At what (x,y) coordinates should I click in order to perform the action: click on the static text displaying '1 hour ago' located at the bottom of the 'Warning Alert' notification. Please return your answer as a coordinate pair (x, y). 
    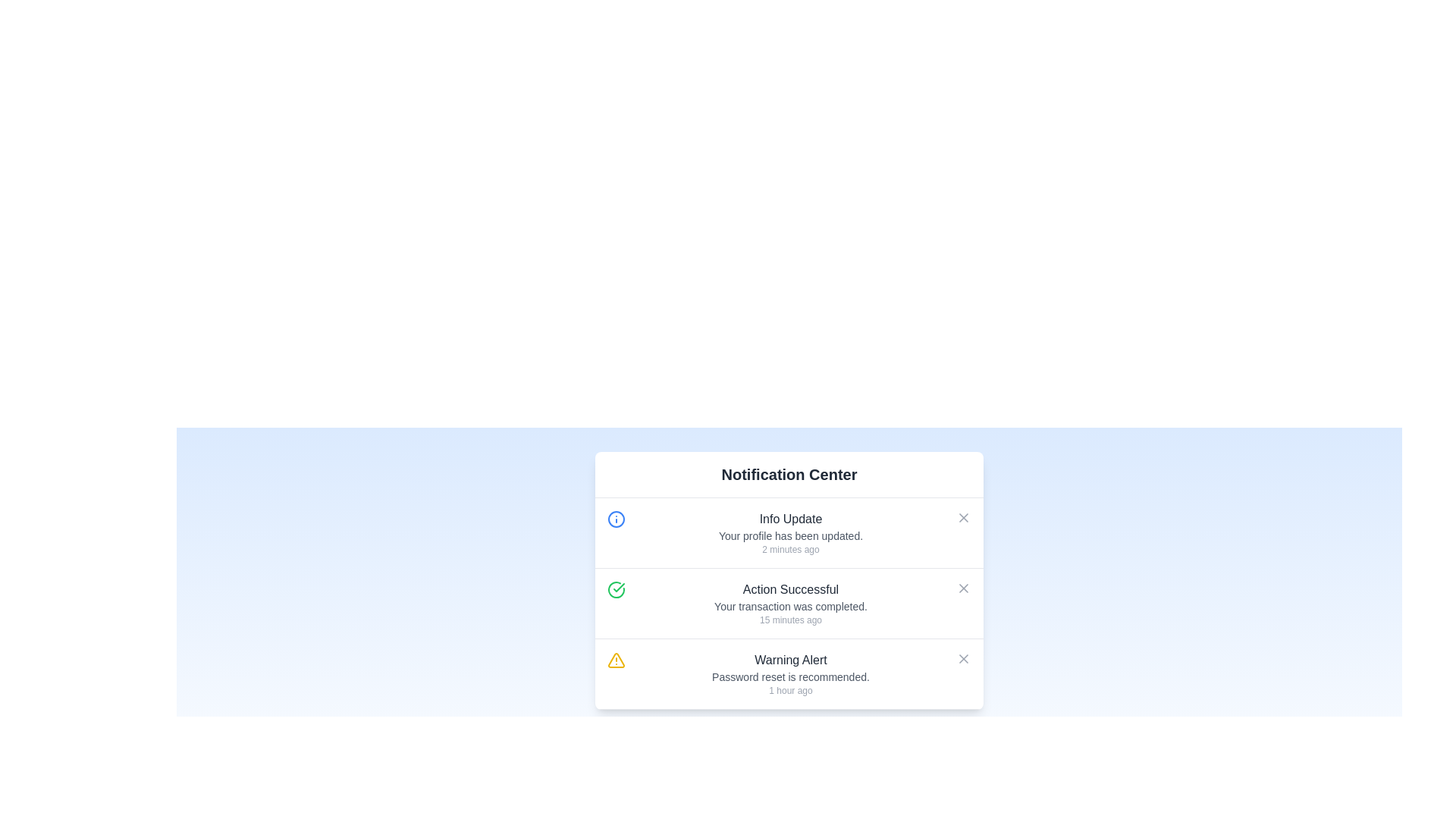
    Looking at the image, I should click on (789, 690).